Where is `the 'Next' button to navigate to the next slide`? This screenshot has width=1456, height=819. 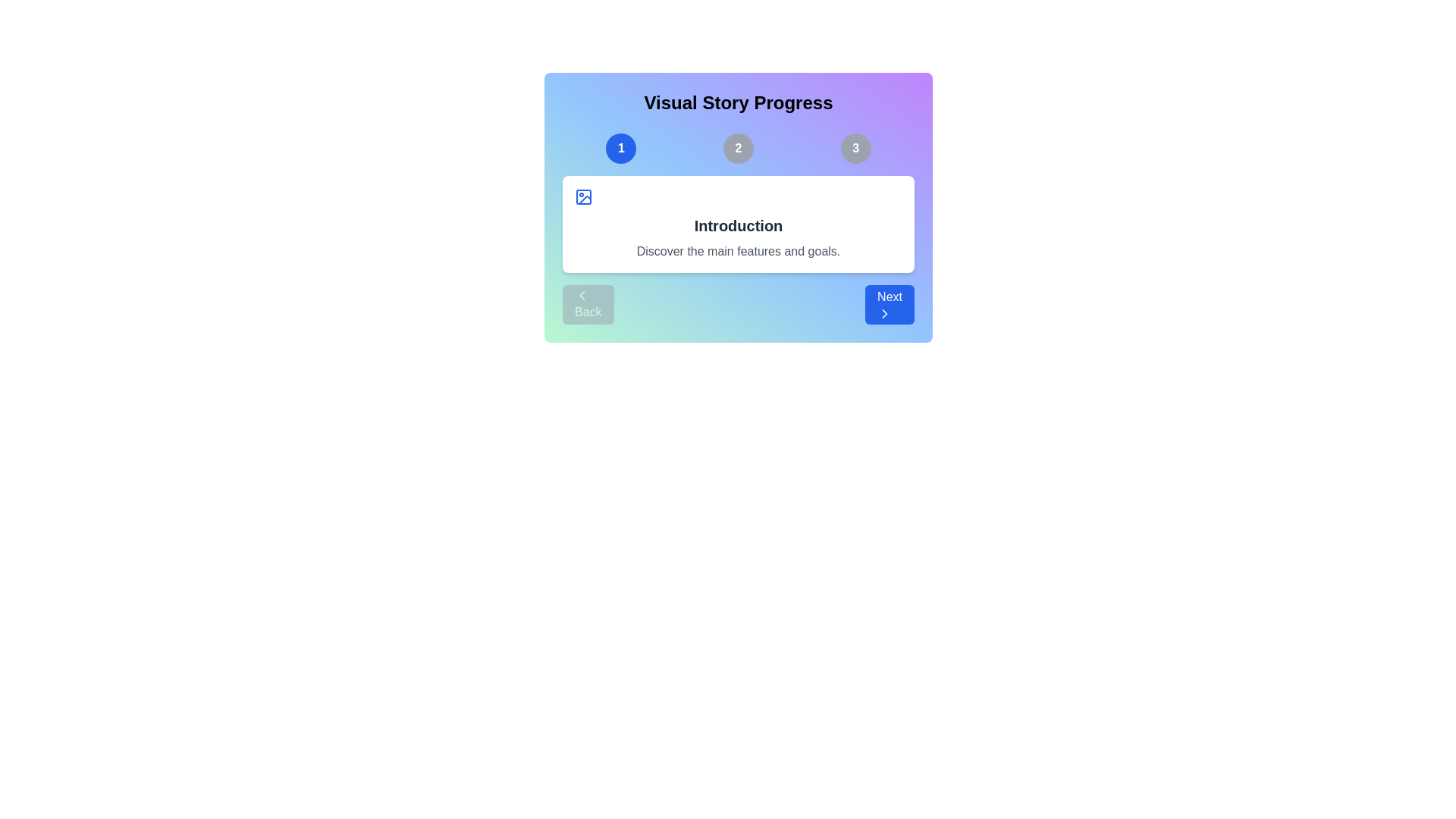
the 'Next' button to navigate to the next slide is located at coordinates (889, 304).